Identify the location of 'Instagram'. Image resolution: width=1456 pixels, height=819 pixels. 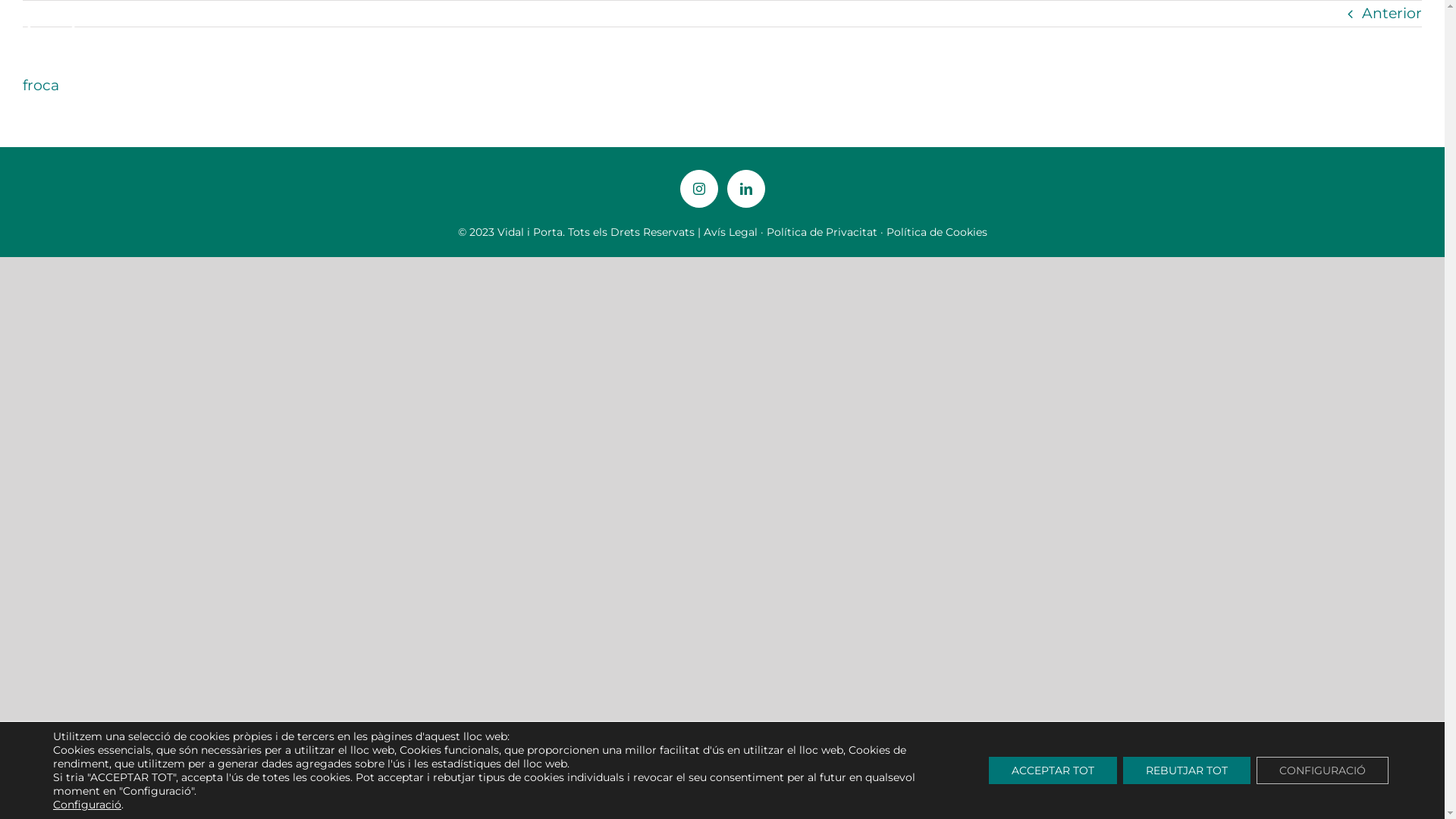
(698, 188).